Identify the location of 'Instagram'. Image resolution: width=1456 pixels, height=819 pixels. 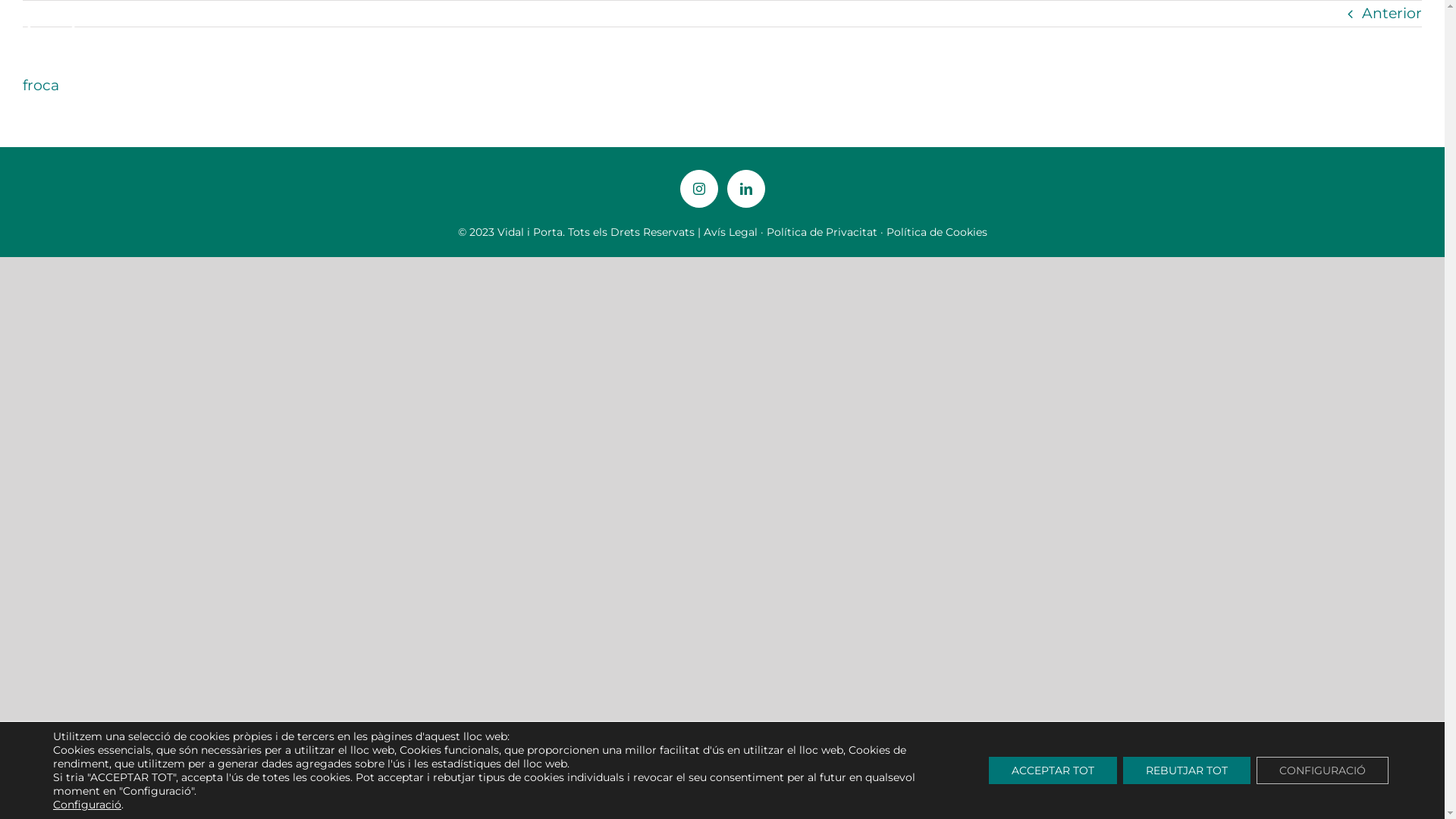
(698, 188).